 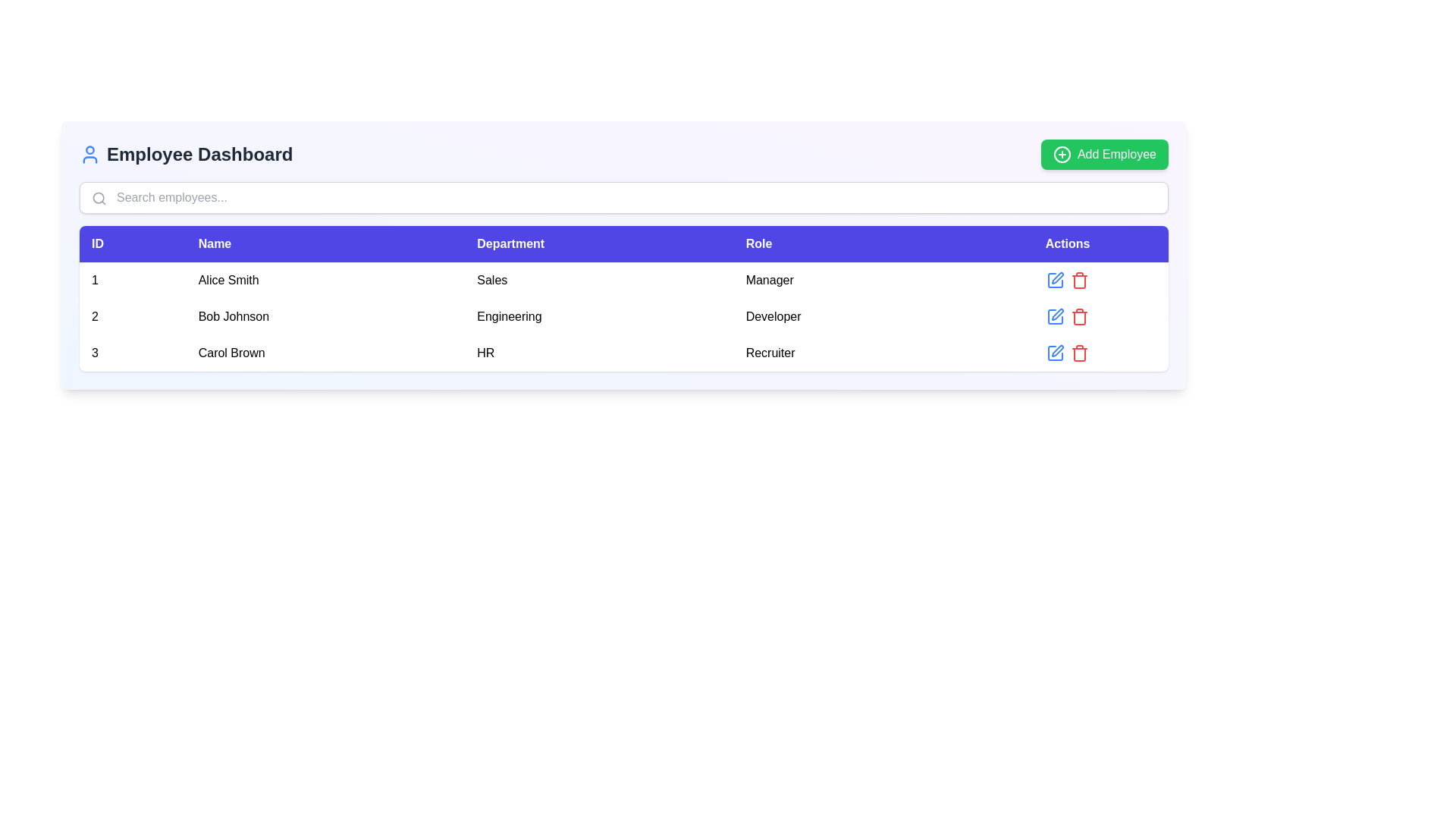 I want to click on the green 'Add Employee' button with rounded corners located at the top-right corner of the interface, so click(x=1104, y=155).